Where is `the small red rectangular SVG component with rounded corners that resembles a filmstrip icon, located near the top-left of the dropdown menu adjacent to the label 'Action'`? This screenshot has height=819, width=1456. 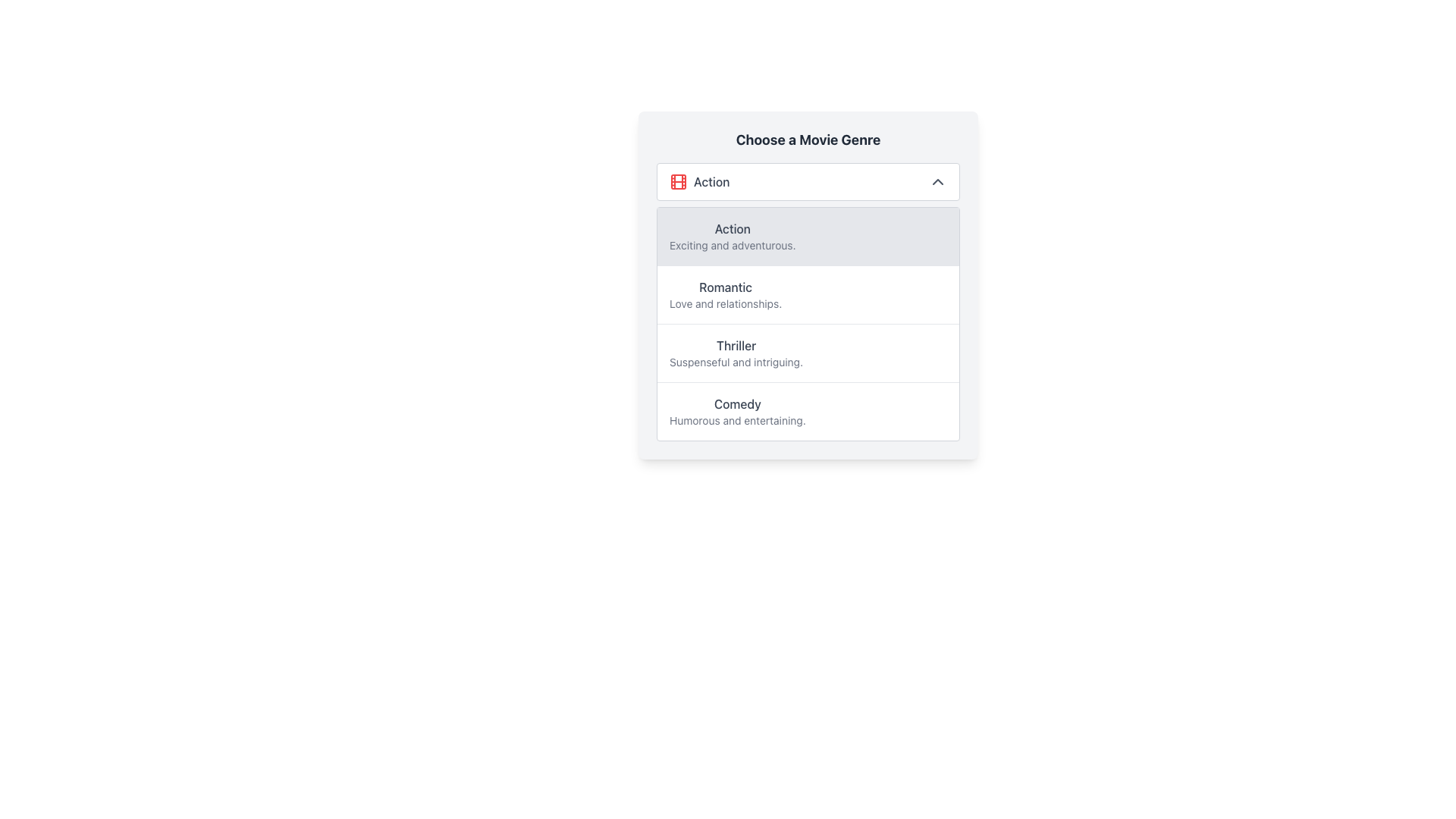 the small red rectangular SVG component with rounded corners that resembles a filmstrip icon, located near the top-left of the dropdown menu adjacent to the label 'Action' is located at coordinates (677, 180).